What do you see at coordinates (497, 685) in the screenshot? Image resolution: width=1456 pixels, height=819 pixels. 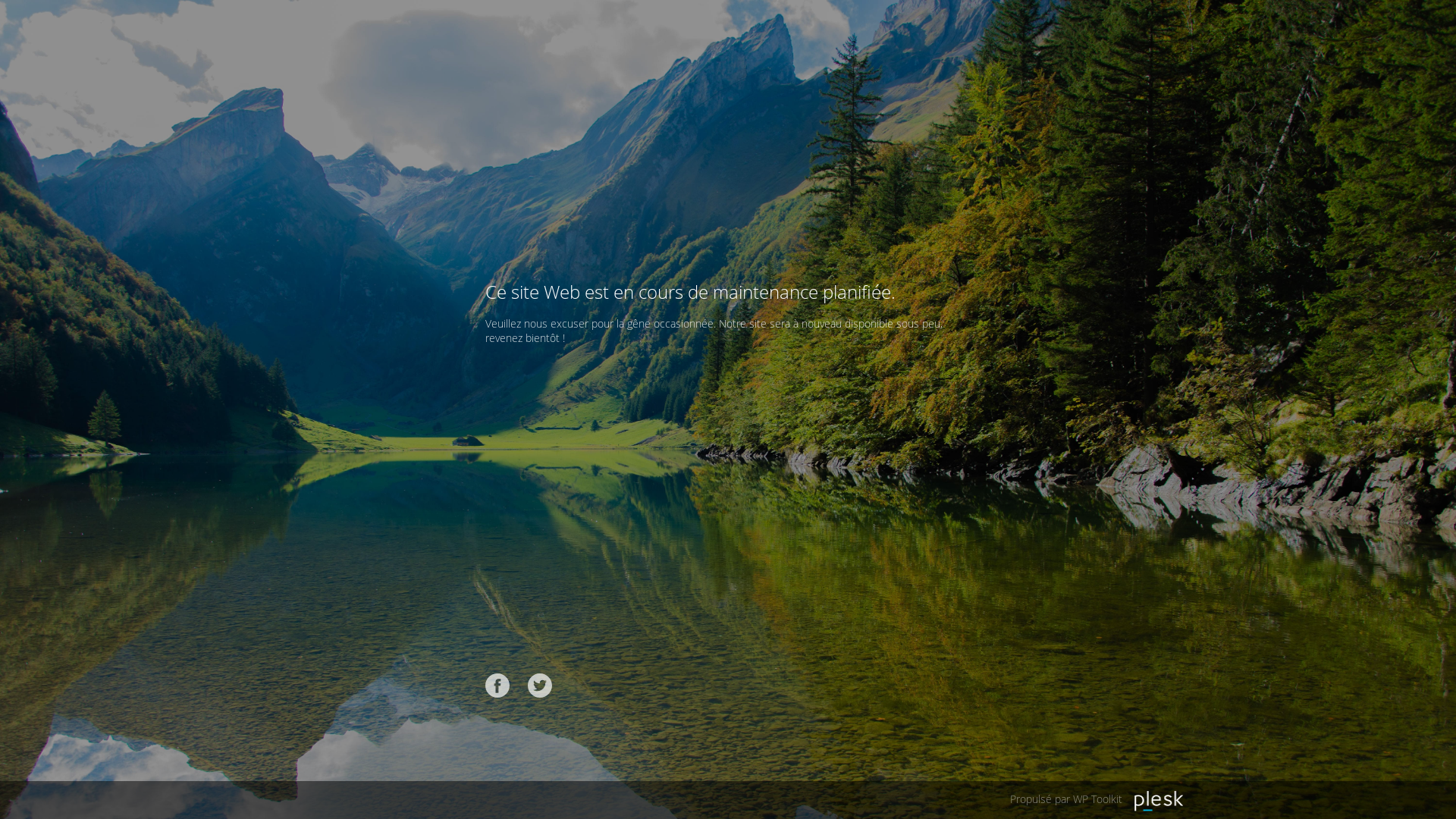 I see `'Facebook'` at bounding box center [497, 685].